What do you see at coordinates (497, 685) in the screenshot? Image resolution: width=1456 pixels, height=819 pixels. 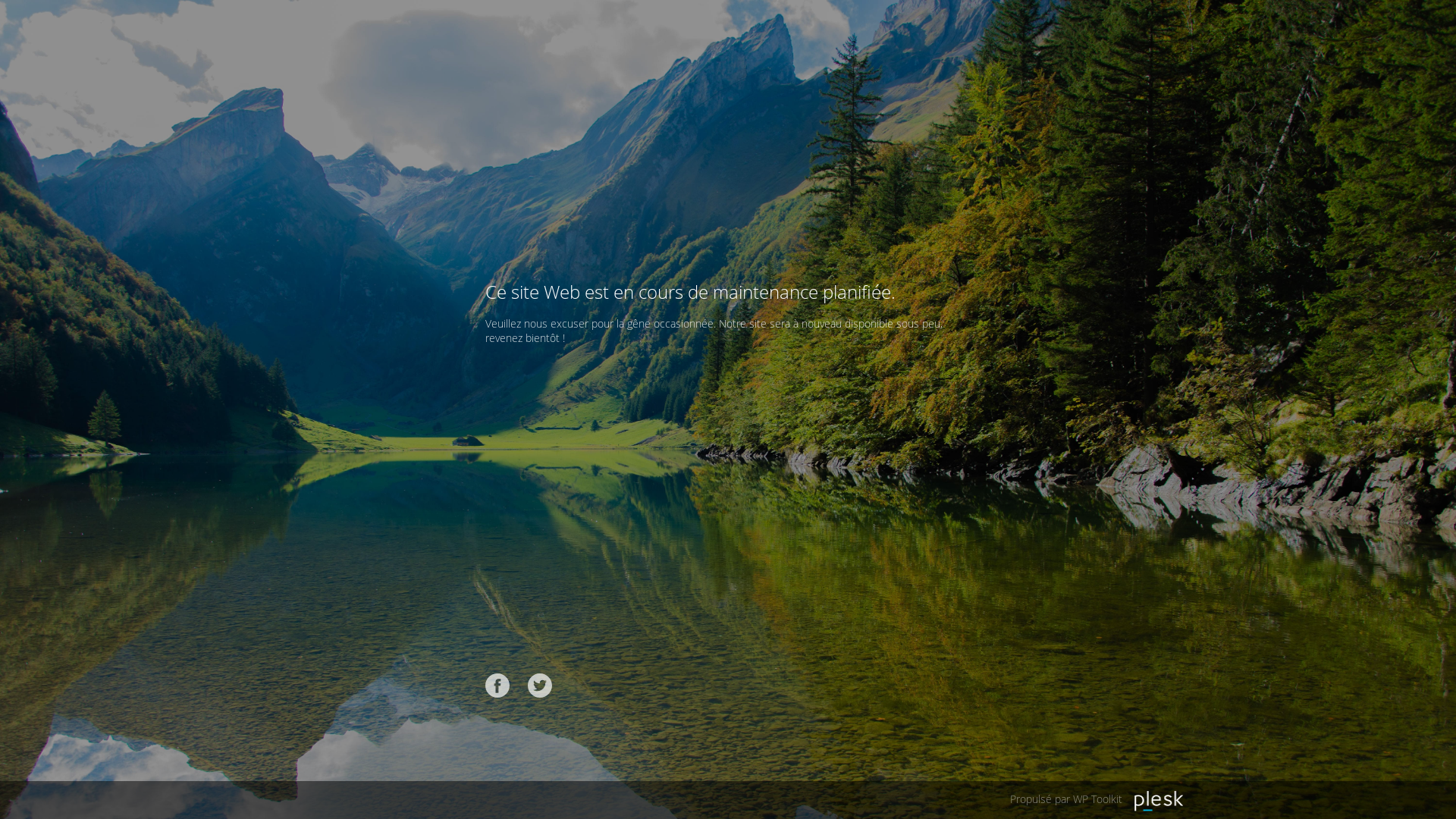 I see `'Facebook'` at bounding box center [497, 685].